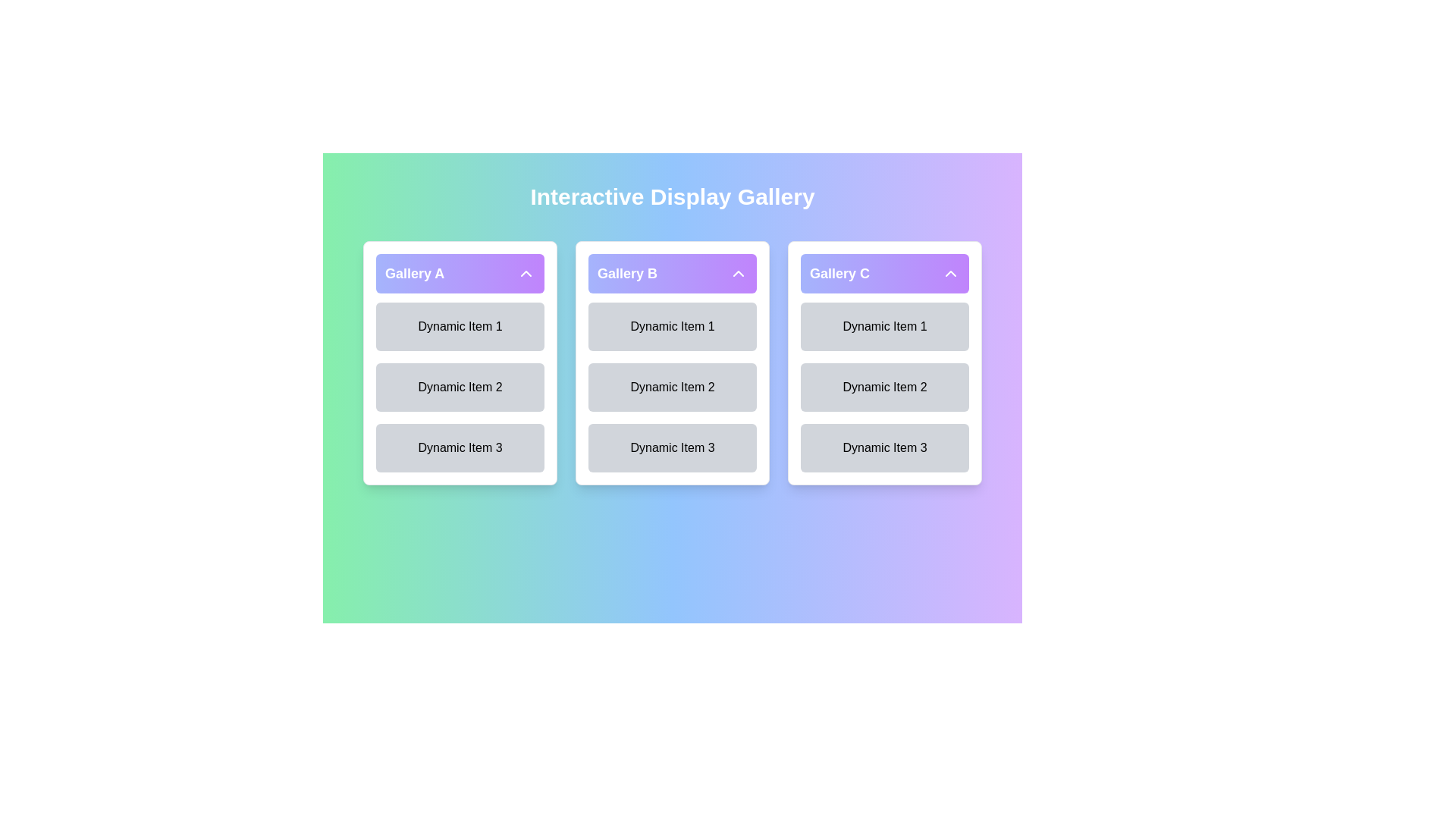 The height and width of the screenshot is (819, 1456). What do you see at coordinates (672, 386) in the screenshot?
I see `the label with the text 'Dynamic Item 2', which is a light grey rectangular component with rounded corners, located in the middle column of 'Gallery B'` at bounding box center [672, 386].